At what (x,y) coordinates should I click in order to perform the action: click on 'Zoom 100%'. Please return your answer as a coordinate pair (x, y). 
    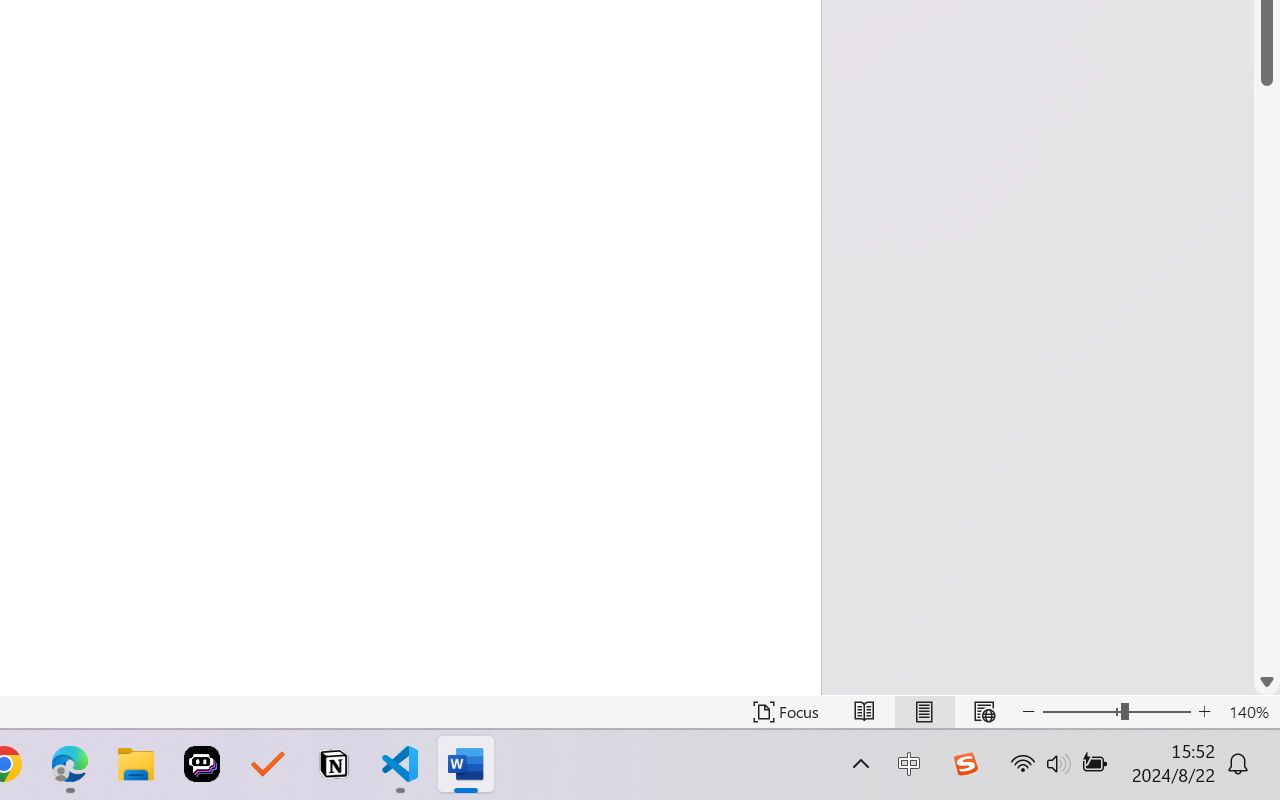
    Looking at the image, I should click on (1233, 743).